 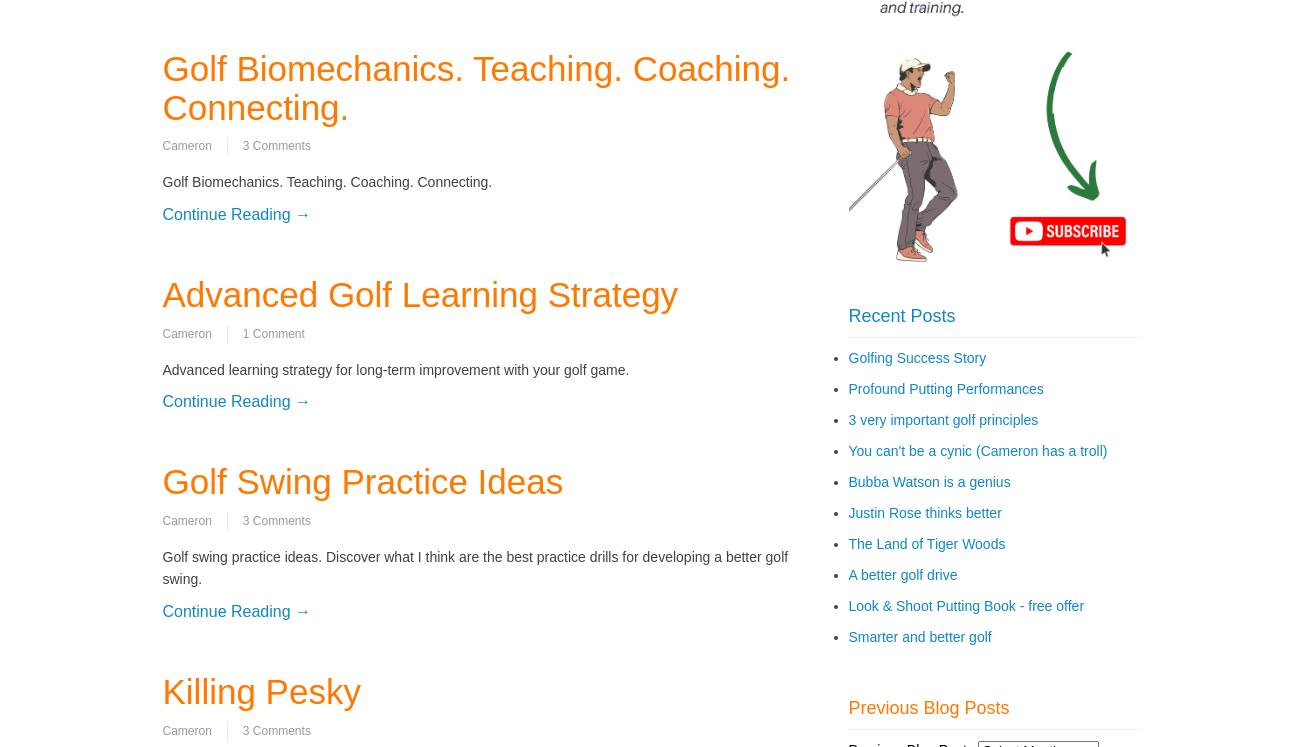 I want to click on 'Advanced Golf Learning Strategy', so click(x=420, y=293).